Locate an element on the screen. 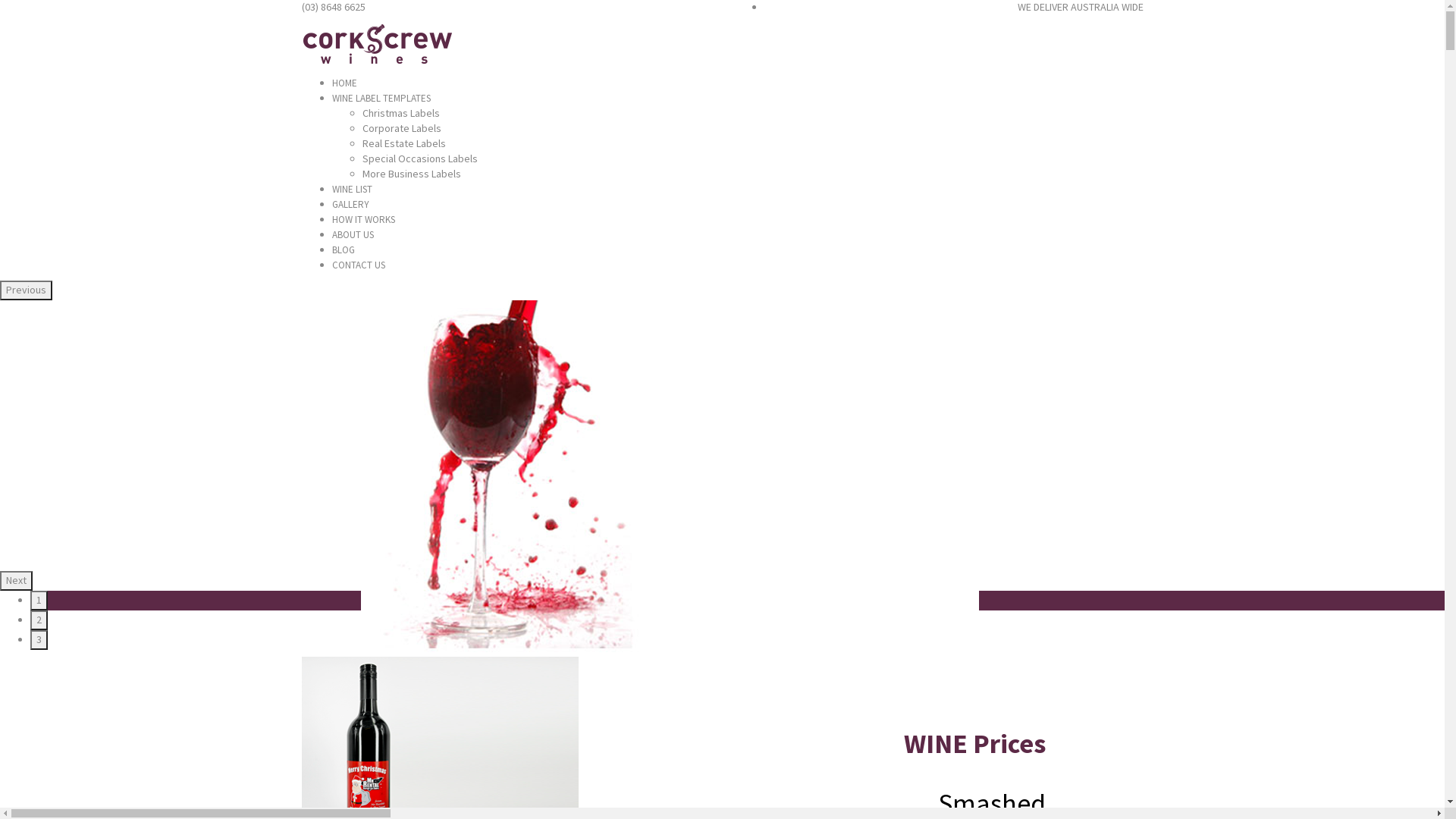  'Christmas Labels' is located at coordinates (400, 112).